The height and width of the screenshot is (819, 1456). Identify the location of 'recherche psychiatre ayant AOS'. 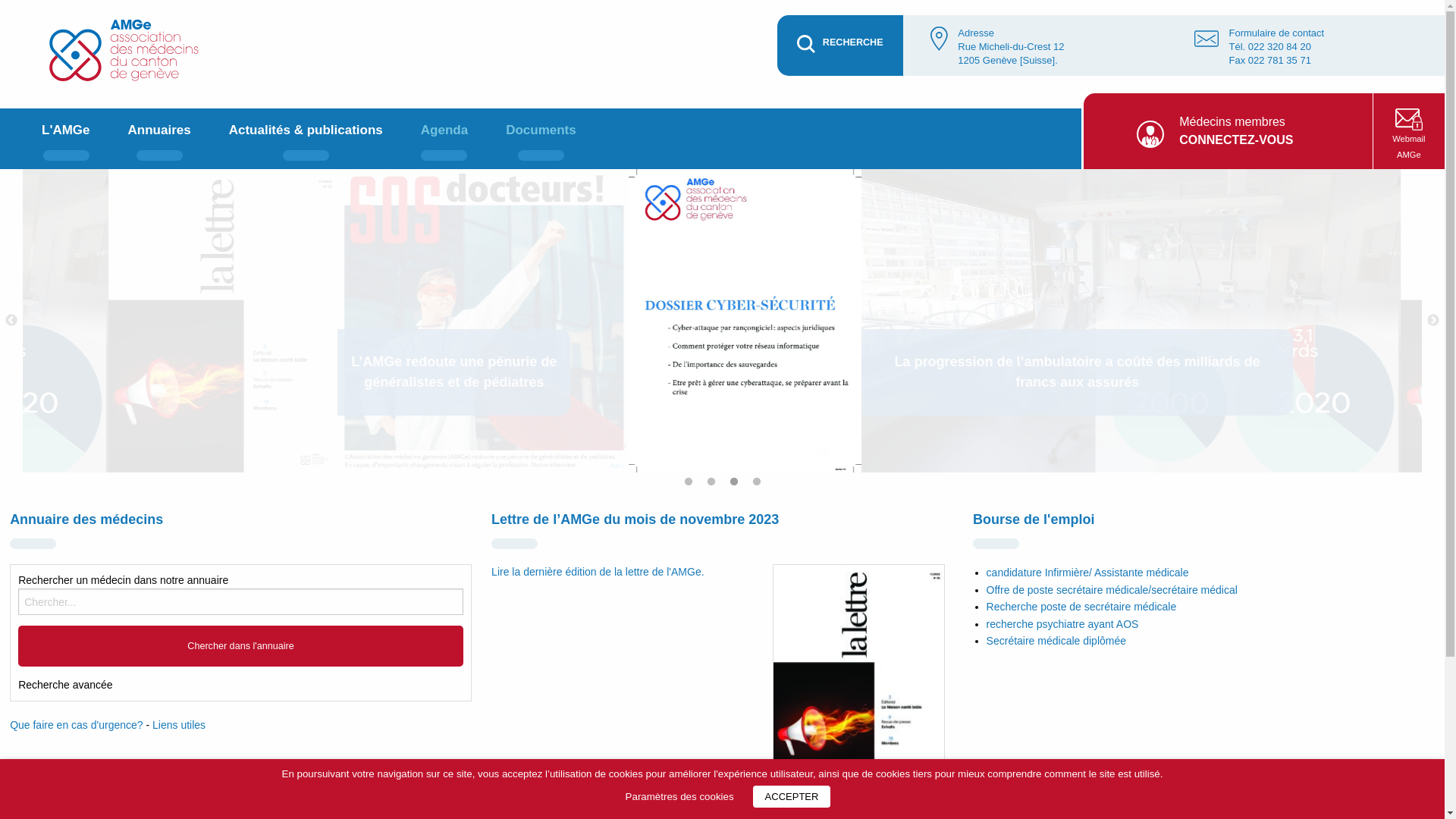
(1062, 623).